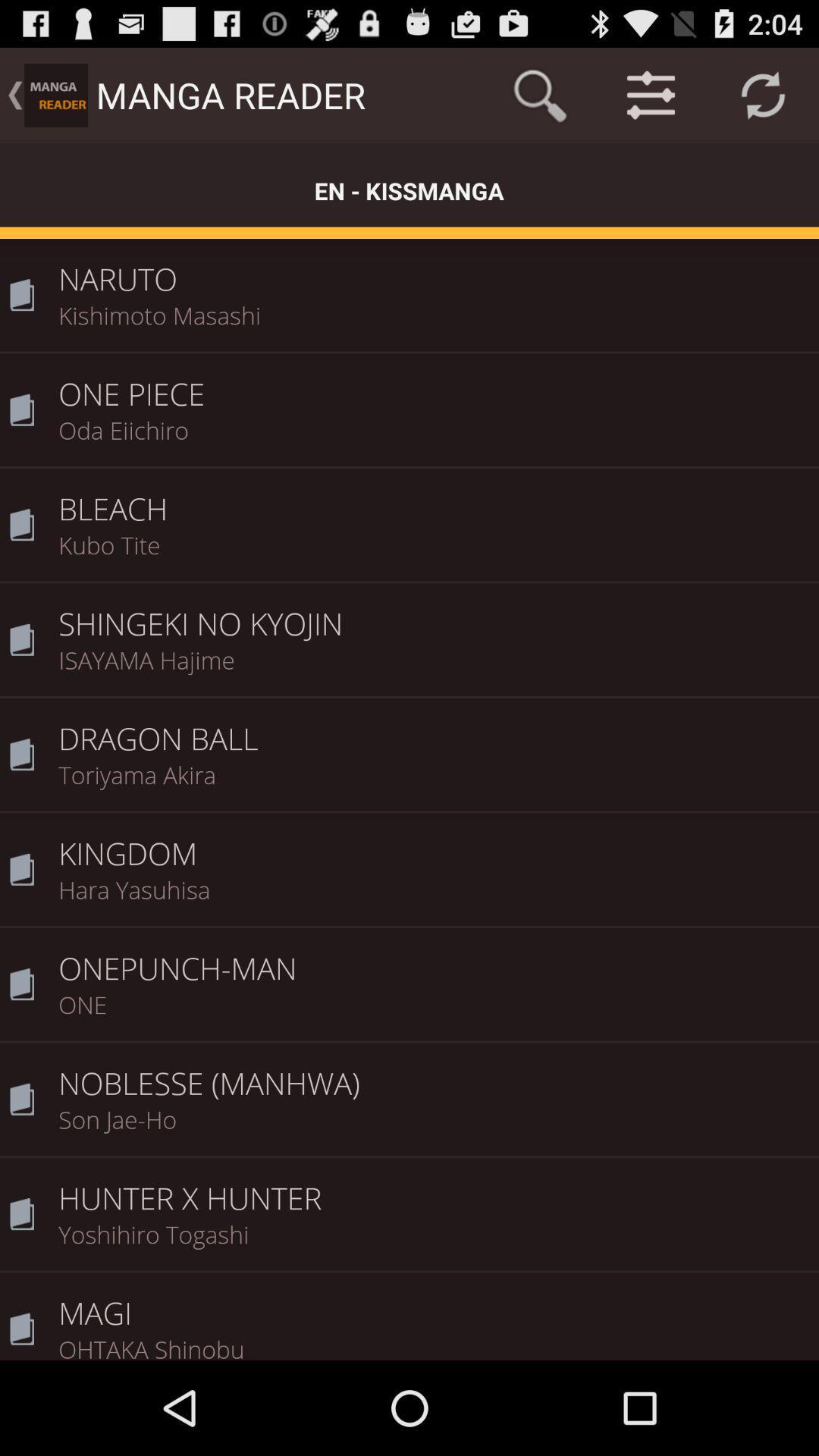  Describe the element at coordinates (433, 324) in the screenshot. I see `icon below the naruto icon` at that location.